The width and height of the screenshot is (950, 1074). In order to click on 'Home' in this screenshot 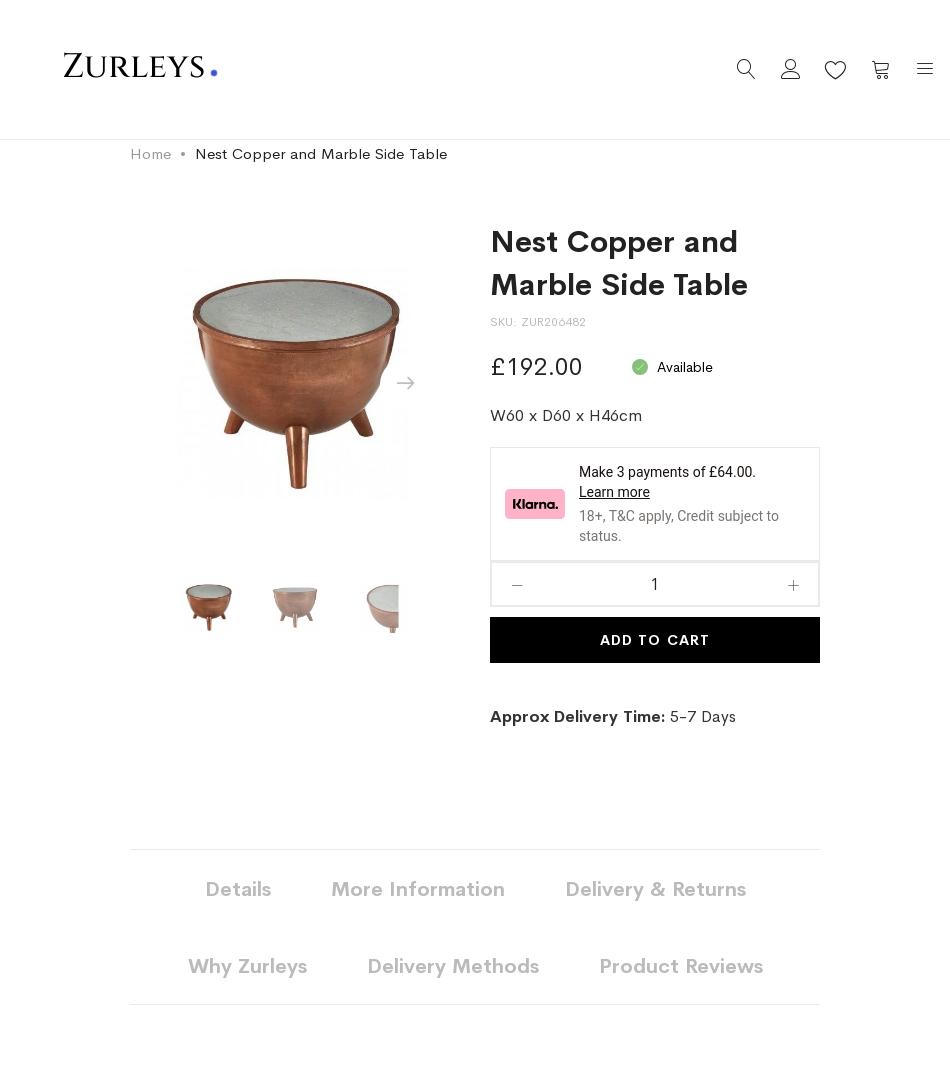, I will do `click(150, 152)`.